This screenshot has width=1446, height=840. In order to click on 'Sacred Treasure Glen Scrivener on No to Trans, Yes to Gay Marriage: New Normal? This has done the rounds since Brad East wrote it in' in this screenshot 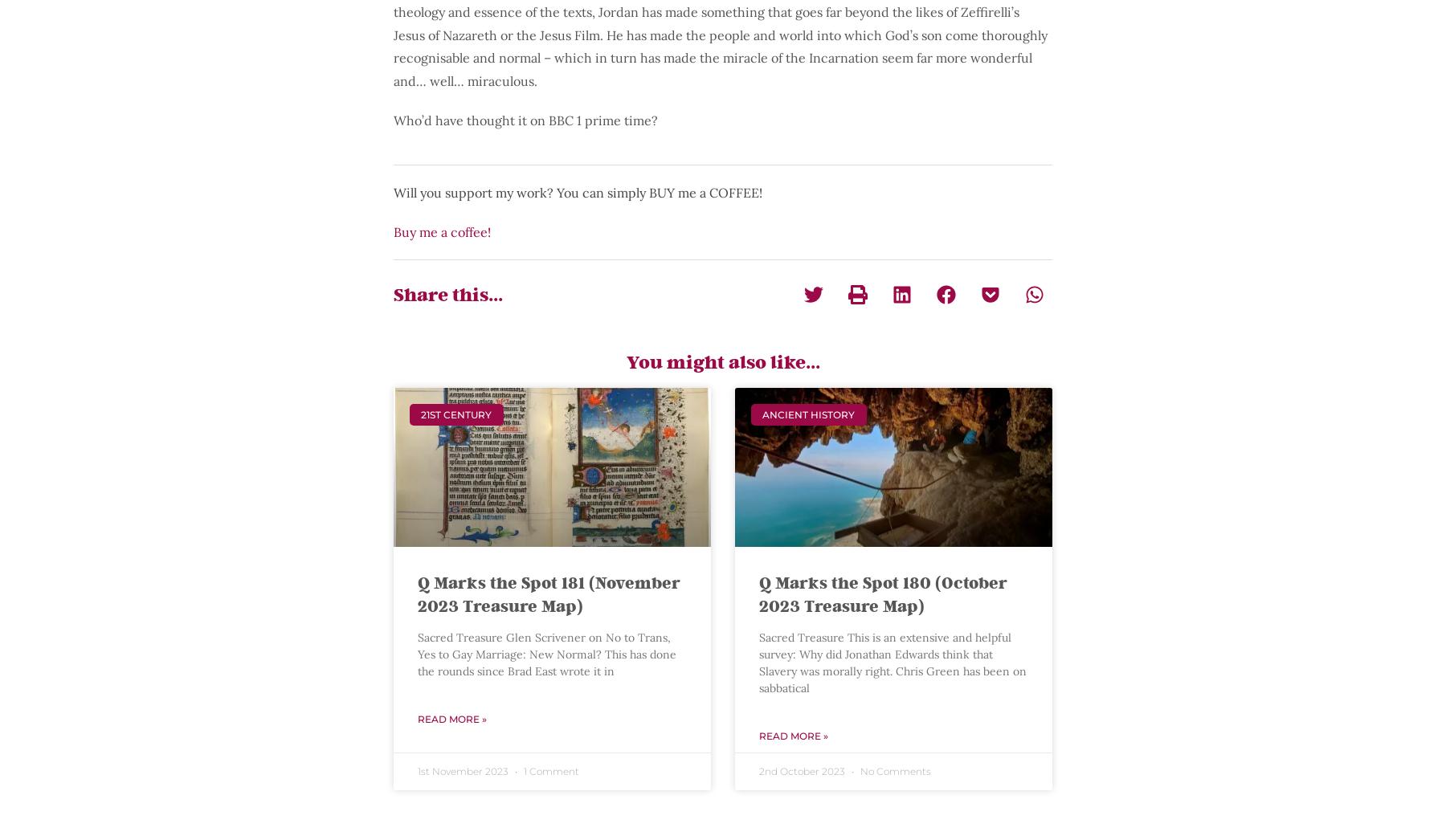, I will do `click(417, 653)`.